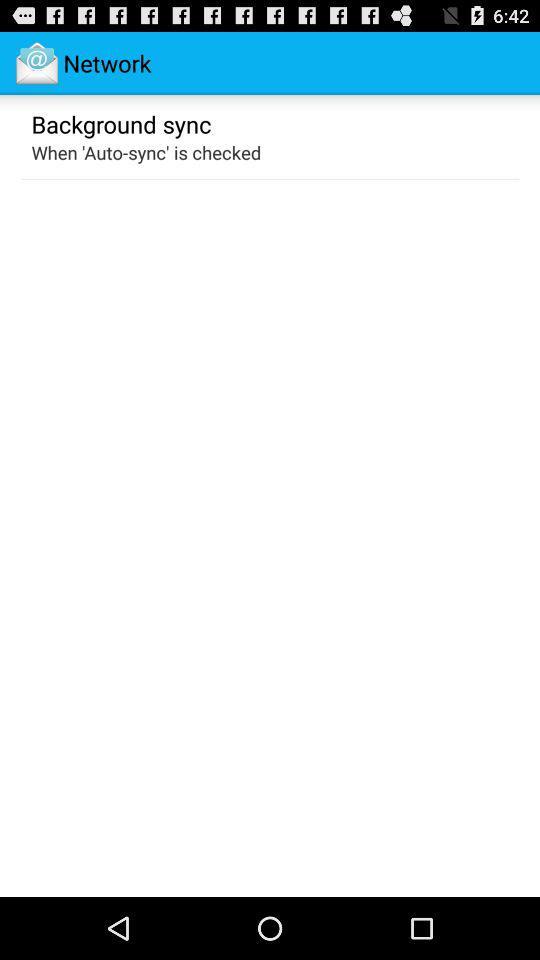 Image resolution: width=540 pixels, height=960 pixels. Describe the element at coordinates (145, 151) in the screenshot. I see `when auto sync icon` at that location.